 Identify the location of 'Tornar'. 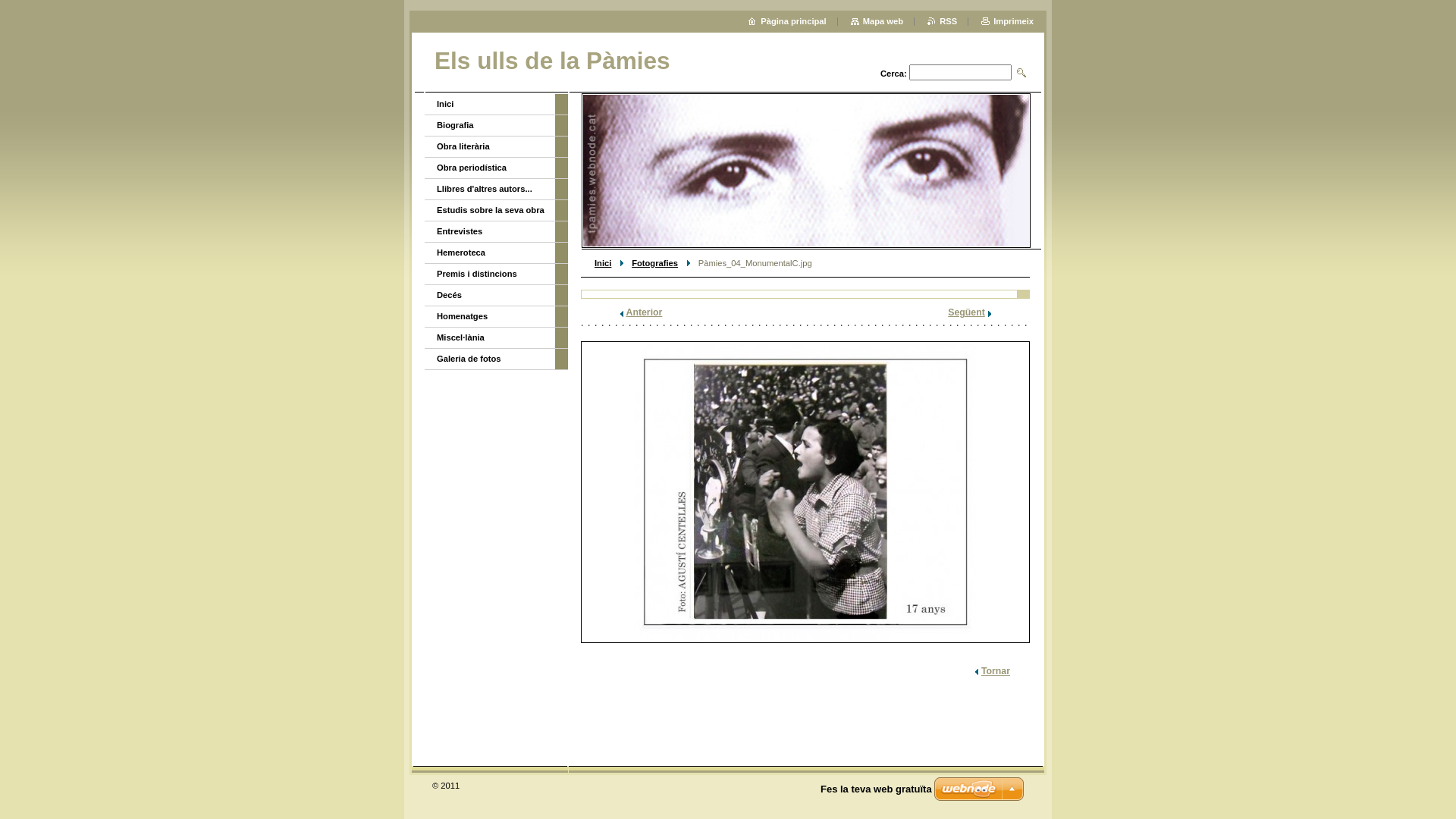
(993, 670).